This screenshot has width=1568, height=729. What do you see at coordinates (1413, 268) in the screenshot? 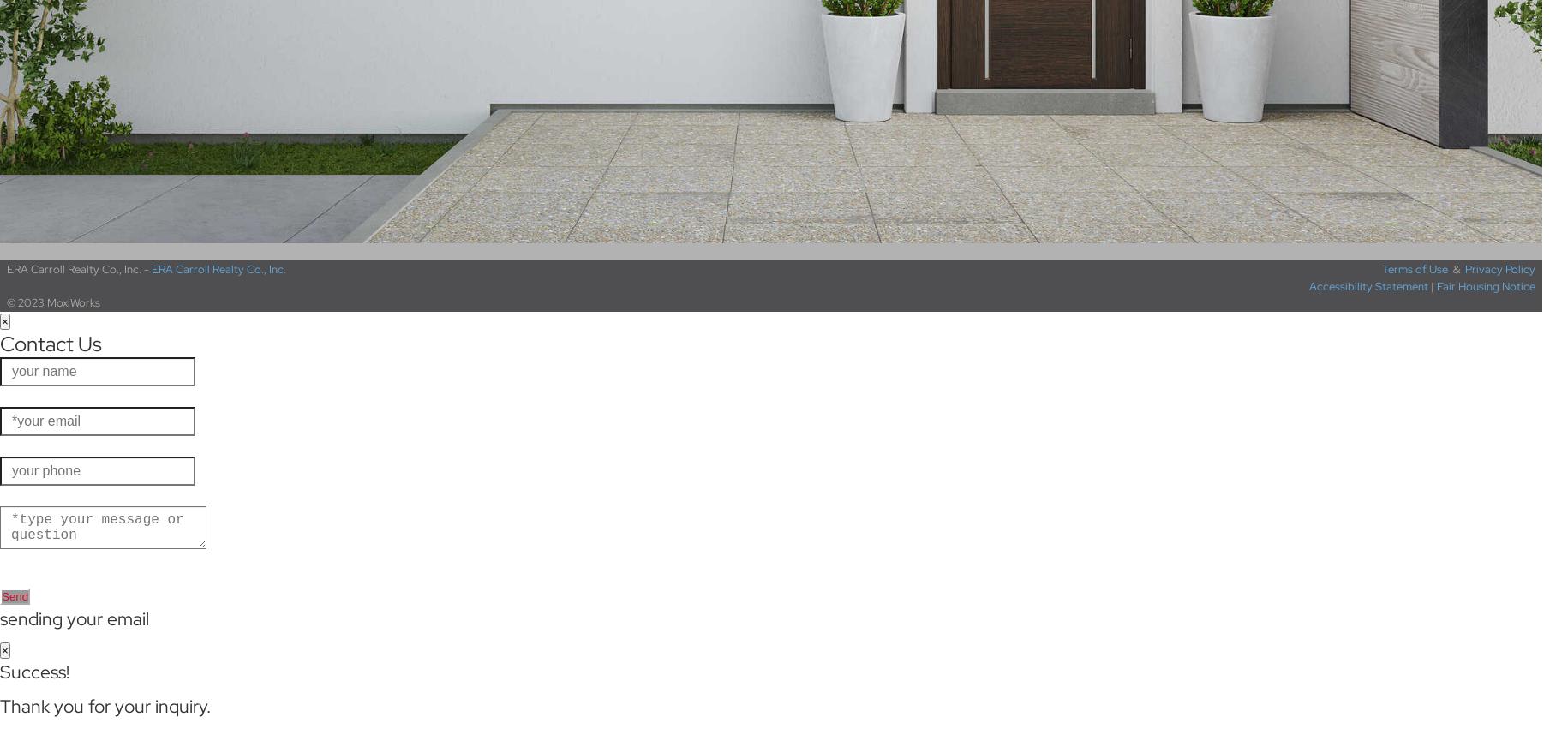
I see `'Terms of Use'` at bounding box center [1413, 268].